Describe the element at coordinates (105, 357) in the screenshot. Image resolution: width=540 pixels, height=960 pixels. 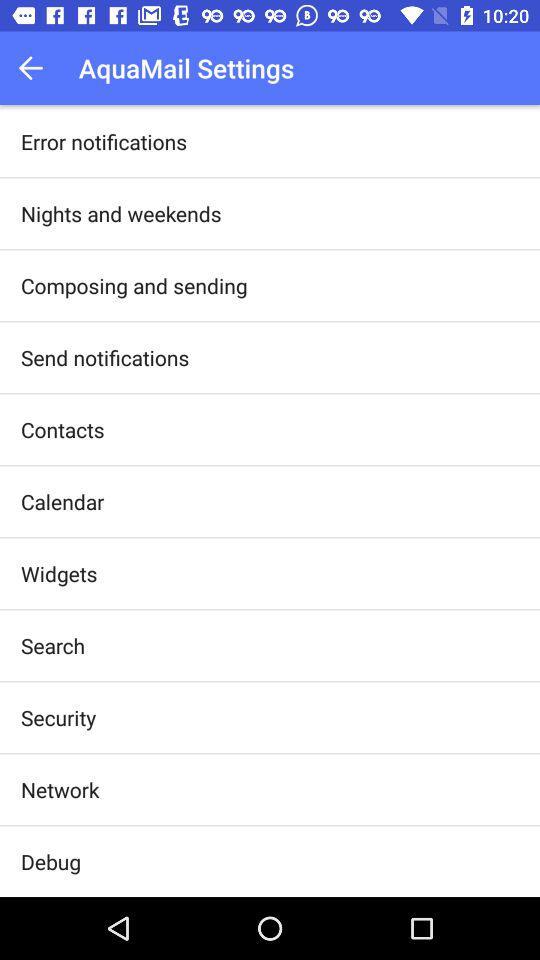
I see `item below the composing and sending app` at that location.